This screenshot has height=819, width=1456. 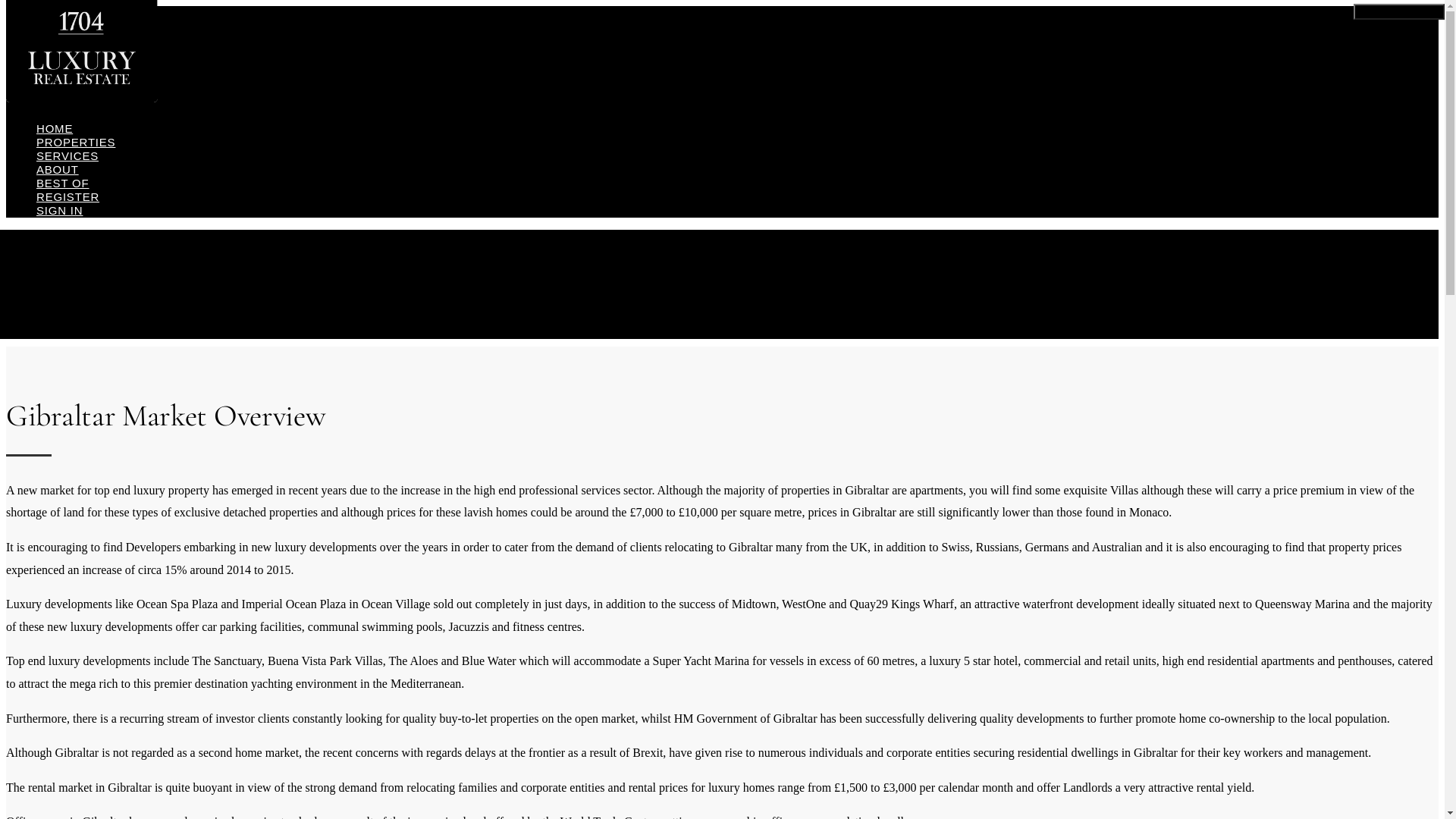 I want to click on 'Toggle Button', so click(x=1407, y=11).